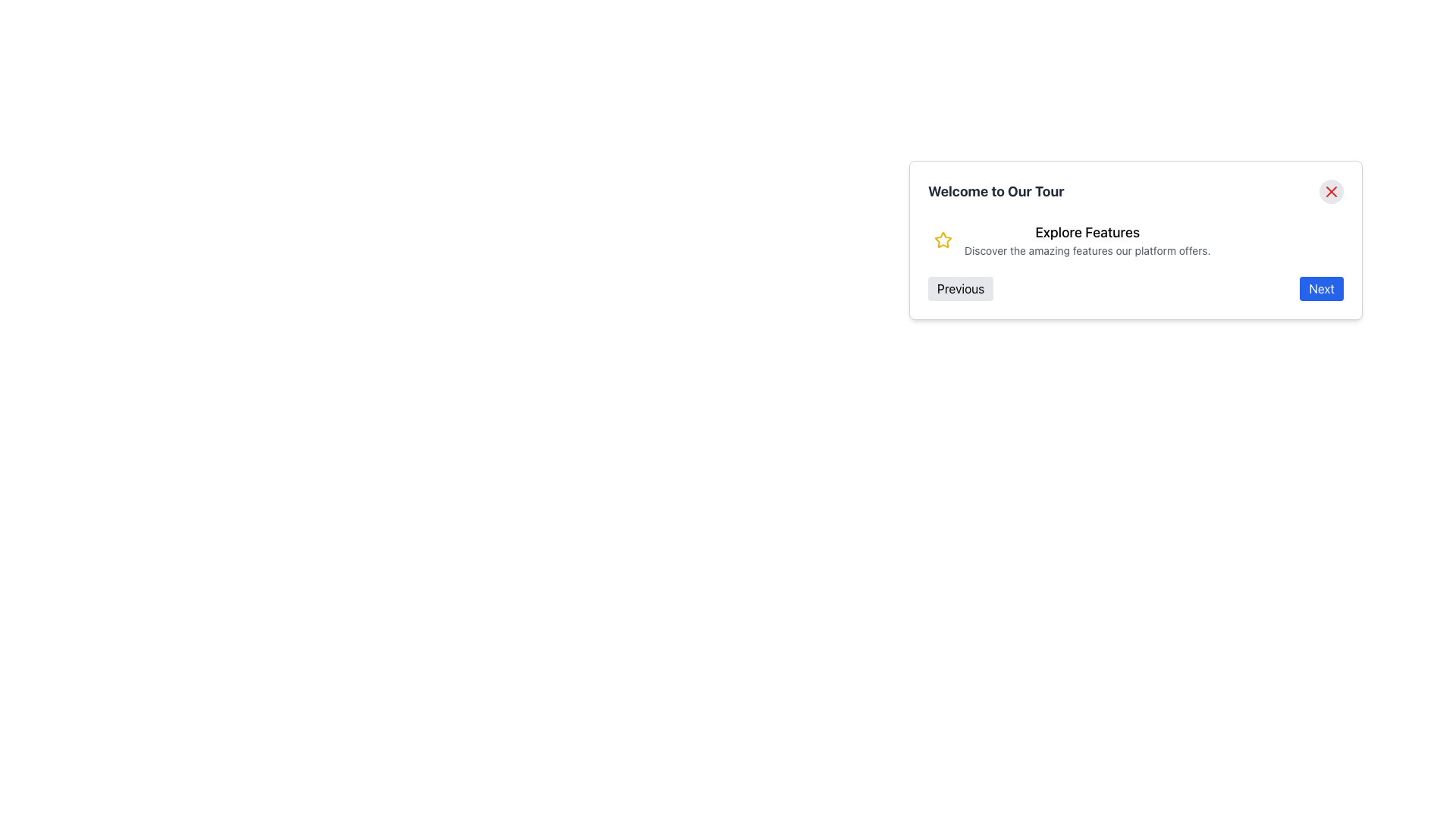 This screenshot has width=1456, height=819. I want to click on prominent text label displaying 'Explore Features', which is styled in bold black font against a white background and positioned above smaller descriptive text, so click(1087, 233).